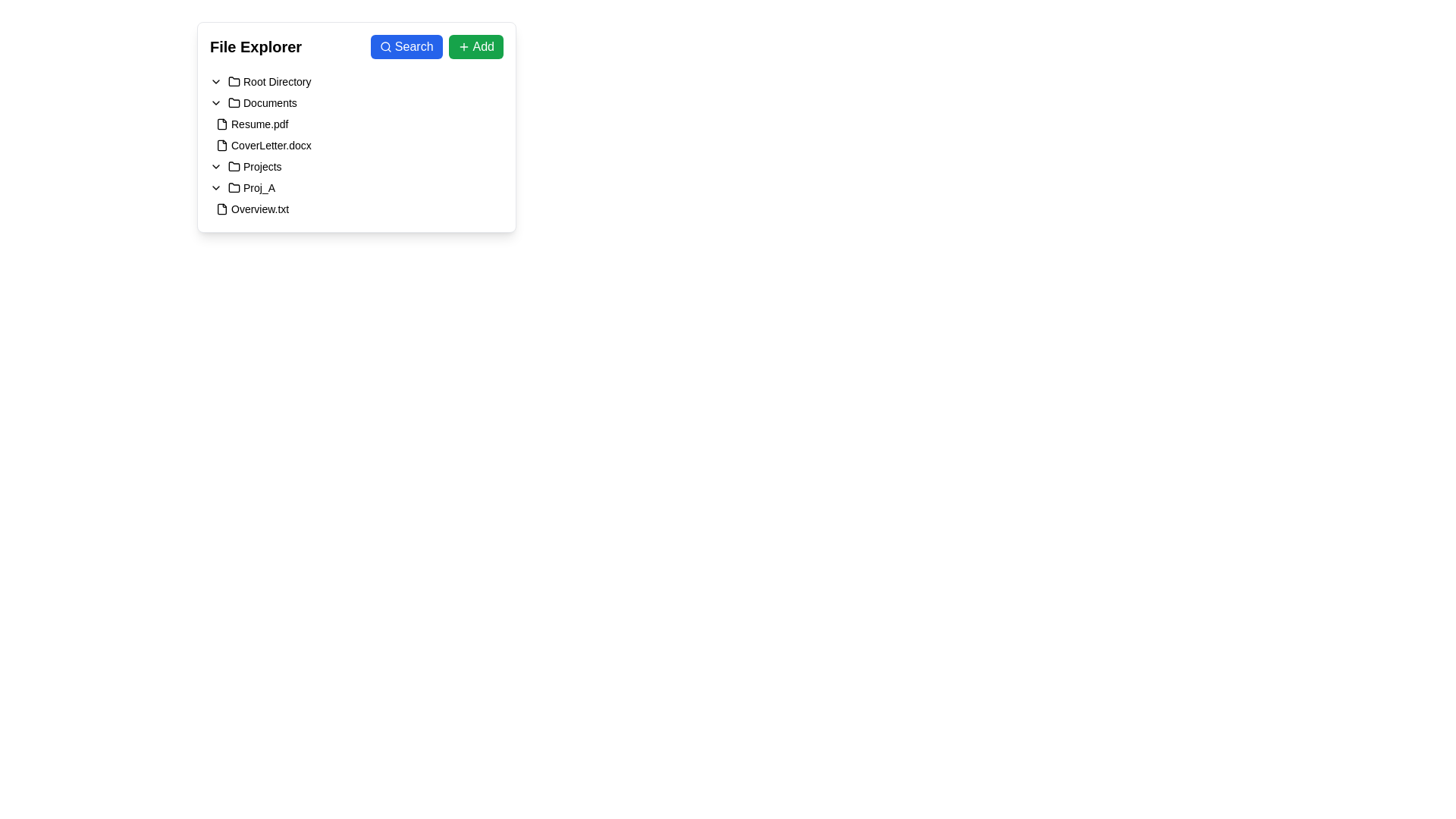 This screenshot has height=819, width=1456. Describe the element at coordinates (252, 124) in the screenshot. I see `the 'Resume.pdf' file` at that location.